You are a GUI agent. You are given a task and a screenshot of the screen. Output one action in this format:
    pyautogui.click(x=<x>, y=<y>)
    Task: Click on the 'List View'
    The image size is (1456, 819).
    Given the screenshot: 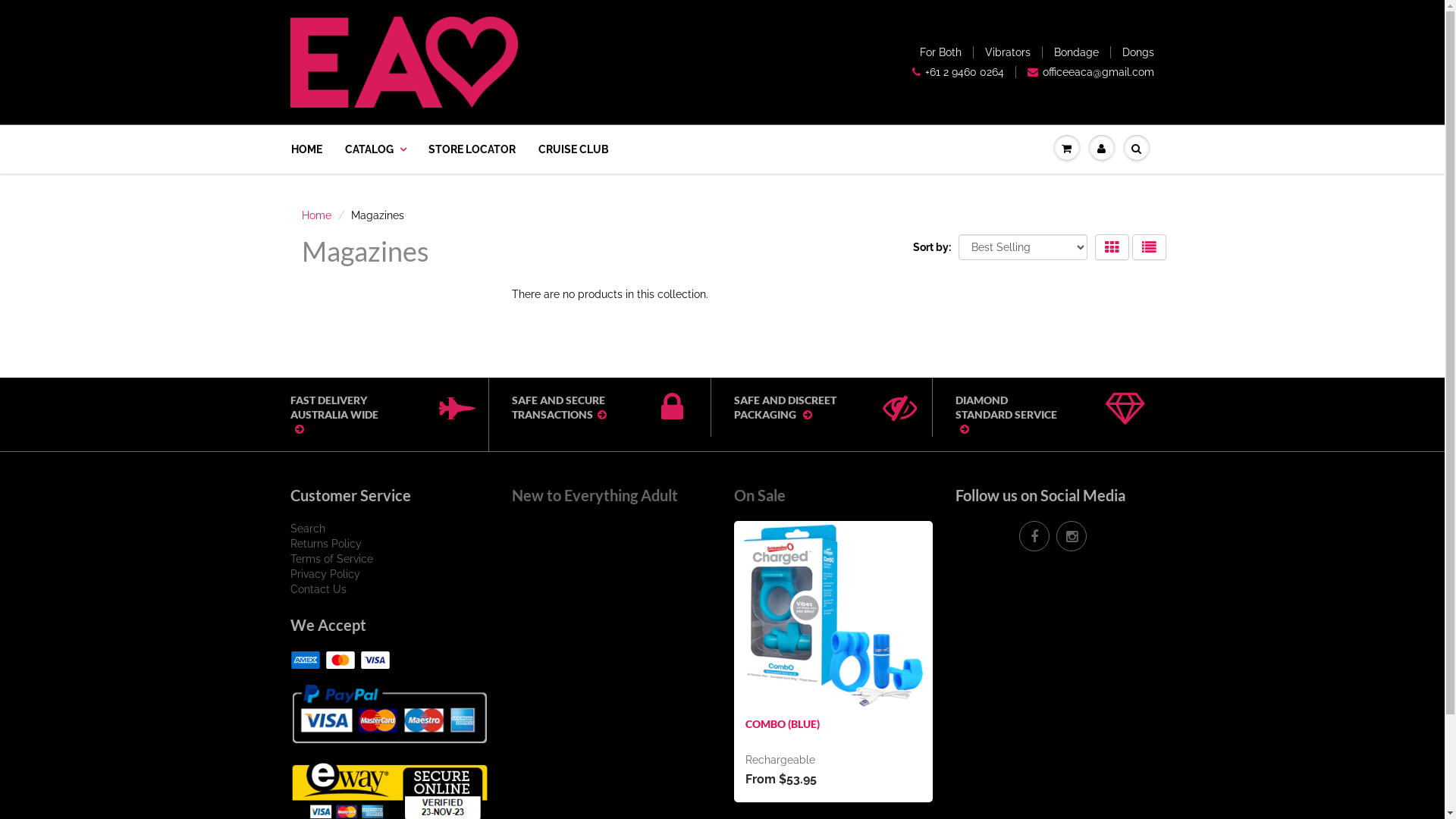 What is the action you would take?
    pyautogui.click(x=1131, y=246)
    